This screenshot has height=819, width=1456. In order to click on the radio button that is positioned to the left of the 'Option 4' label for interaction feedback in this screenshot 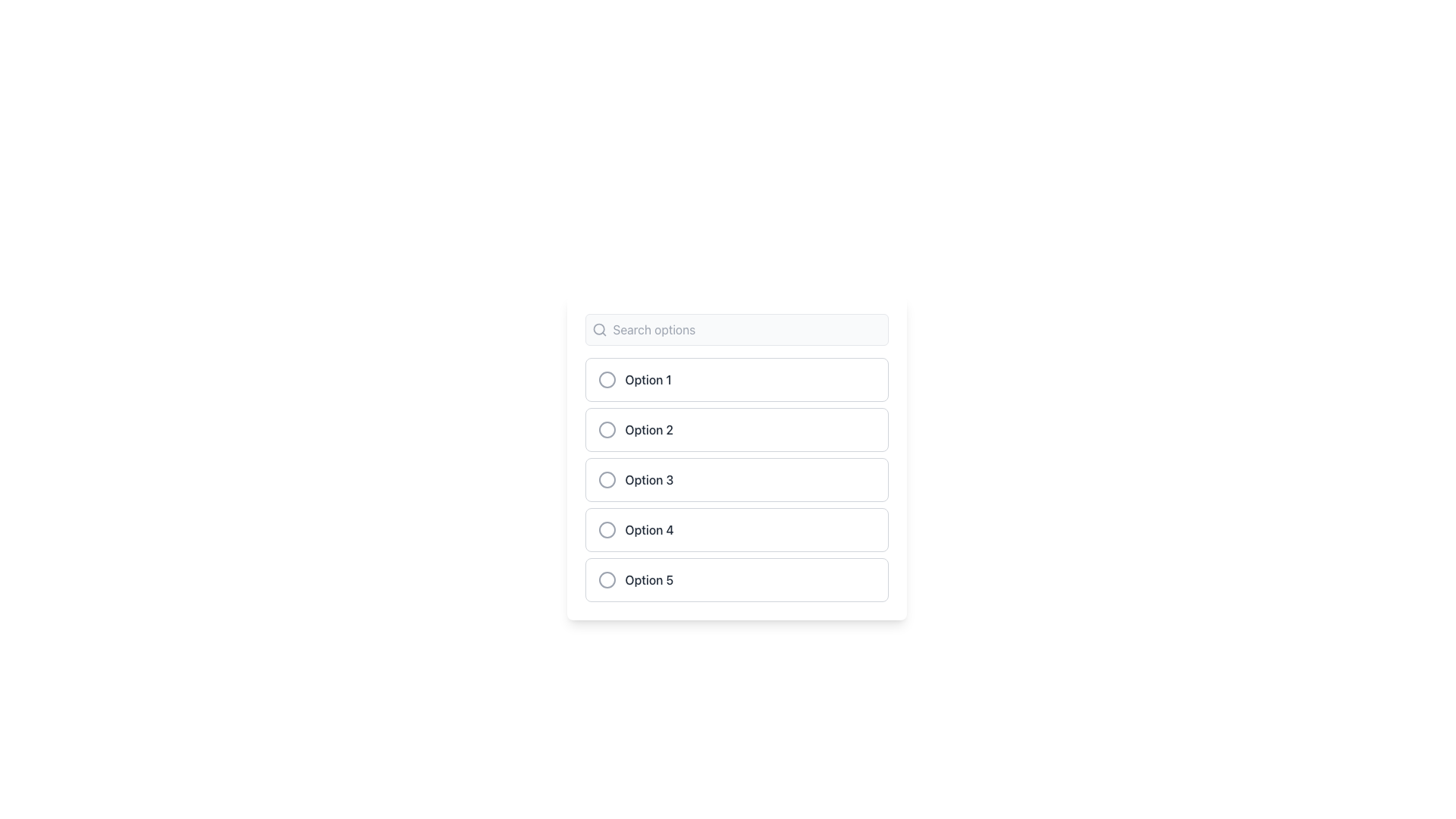, I will do `click(607, 529)`.